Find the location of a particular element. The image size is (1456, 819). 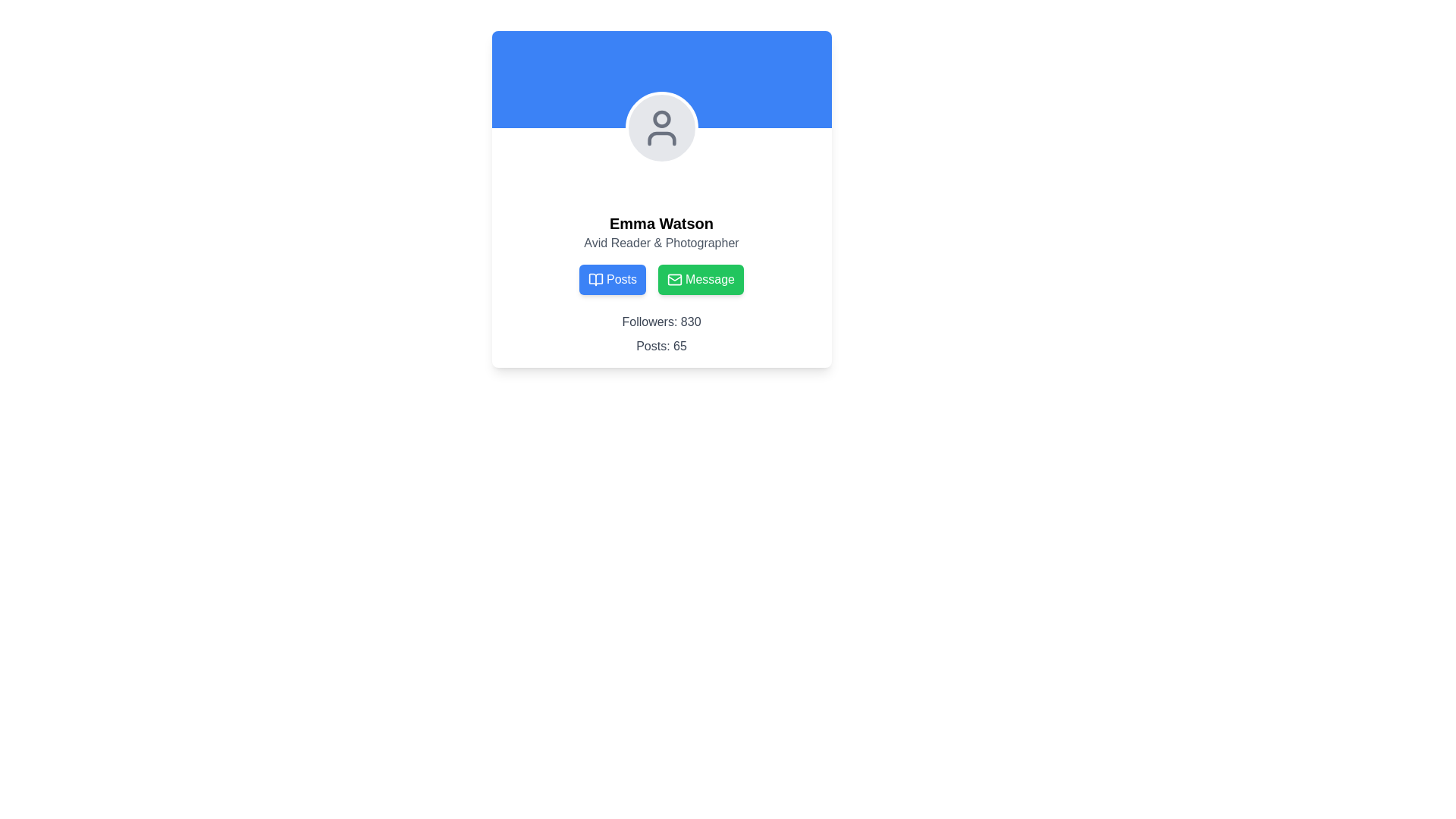

the central green button that initiates messaging actions, located to the right of the blue 'Posts' button is located at coordinates (709, 280).